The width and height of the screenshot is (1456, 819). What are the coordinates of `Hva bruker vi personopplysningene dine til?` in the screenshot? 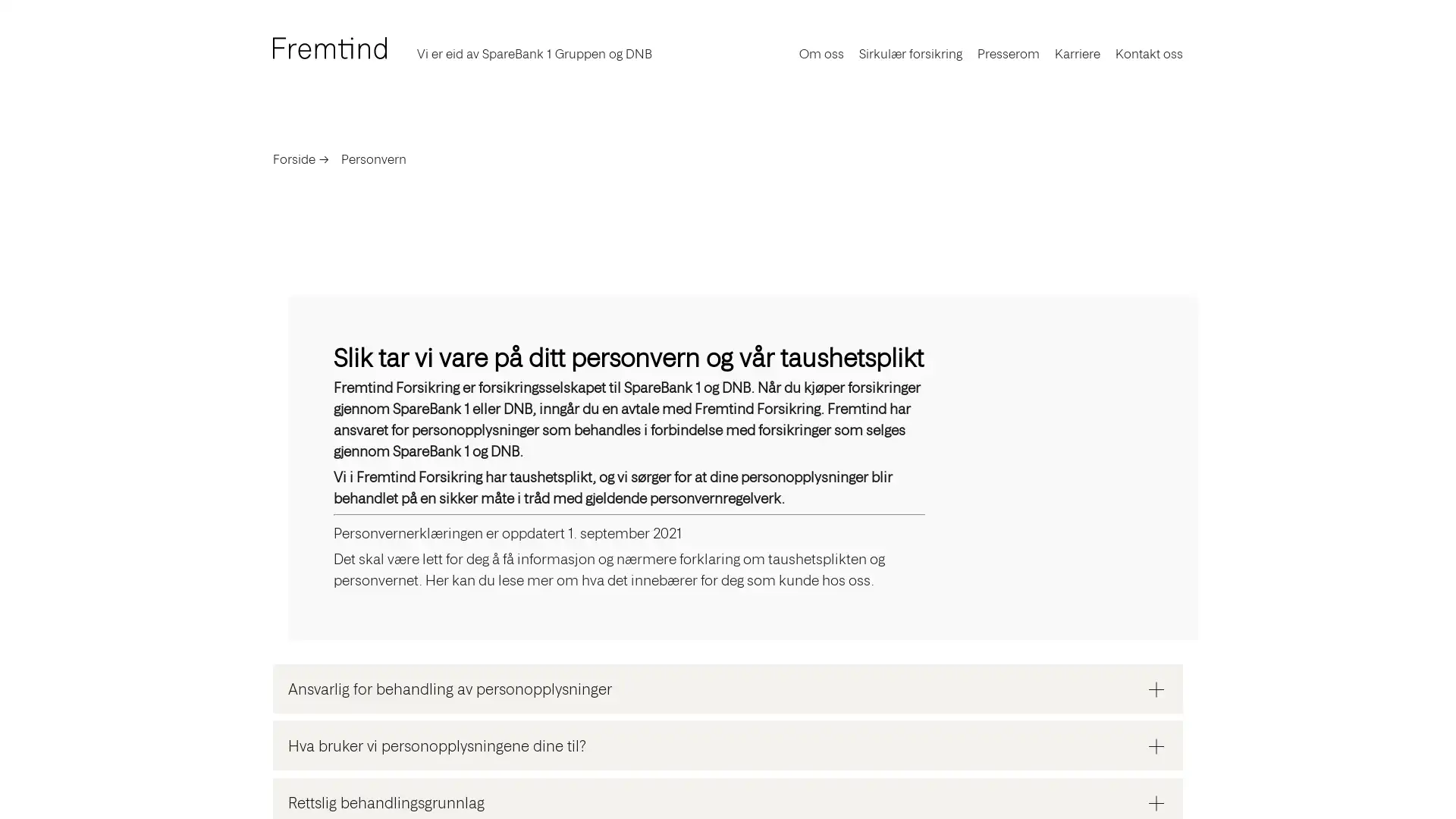 It's located at (728, 745).